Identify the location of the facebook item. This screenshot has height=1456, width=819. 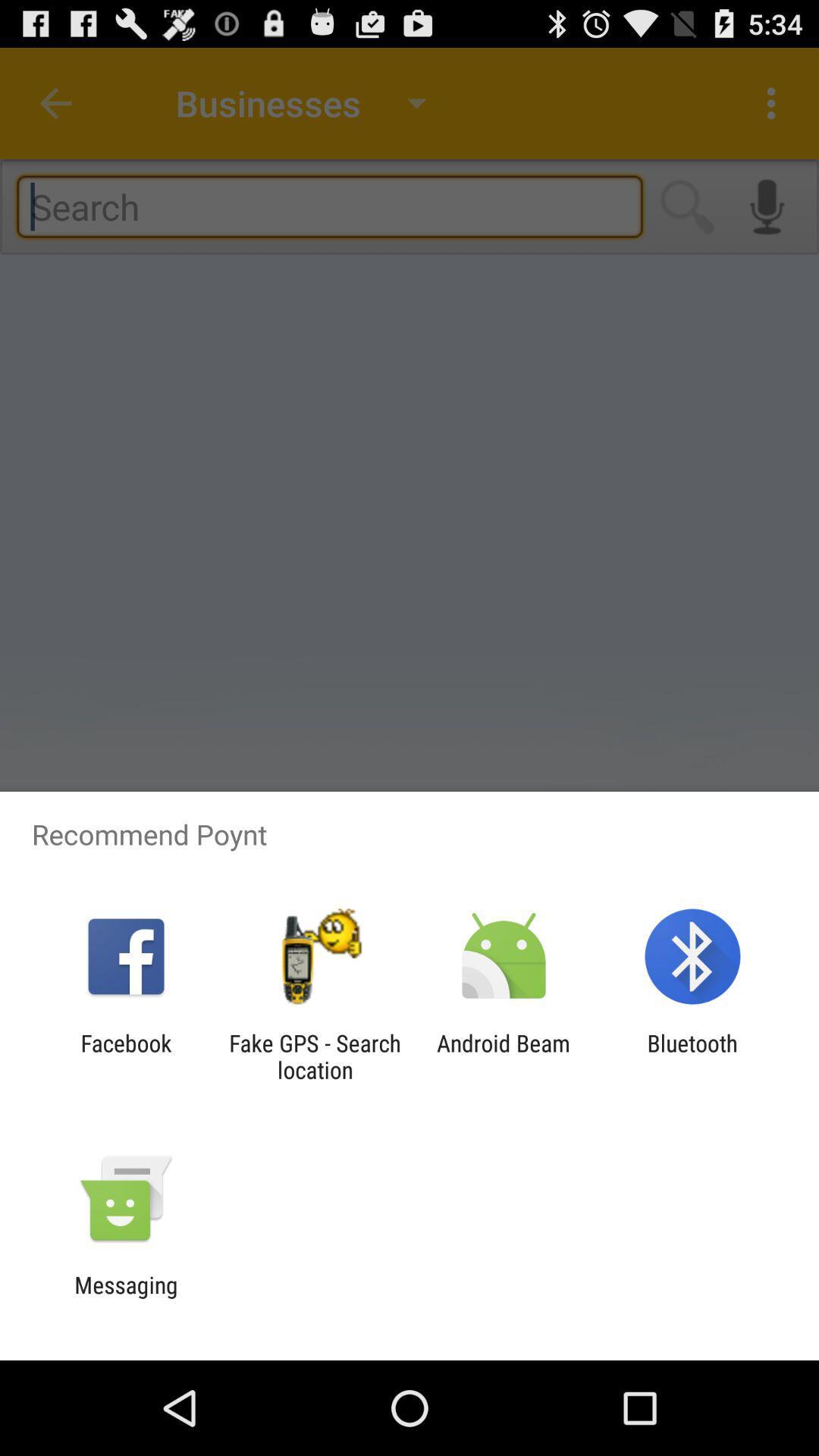
(125, 1056).